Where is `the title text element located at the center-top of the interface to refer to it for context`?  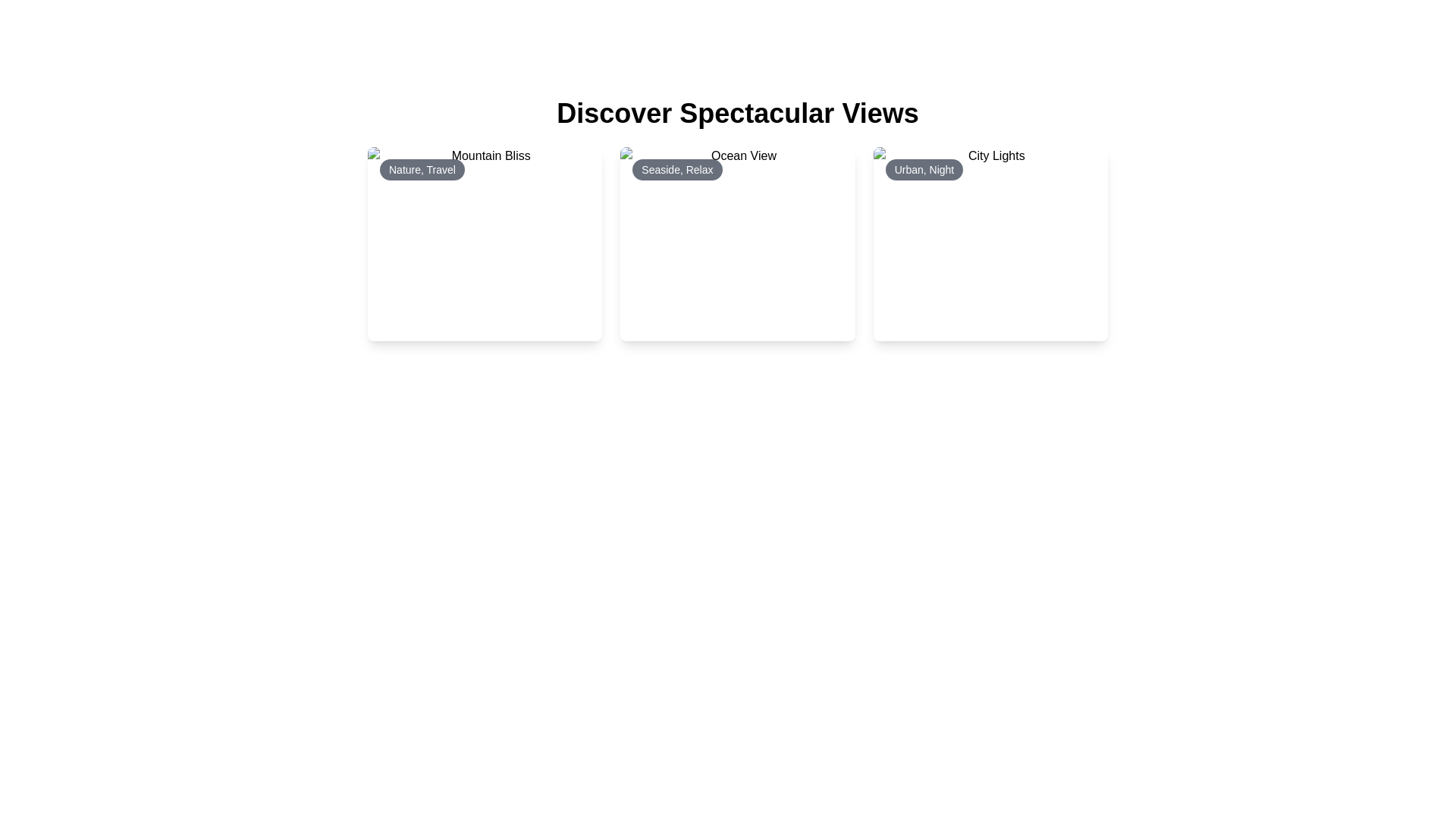 the title text element located at the center-top of the interface to refer to it for context is located at coordinates (738, 113).